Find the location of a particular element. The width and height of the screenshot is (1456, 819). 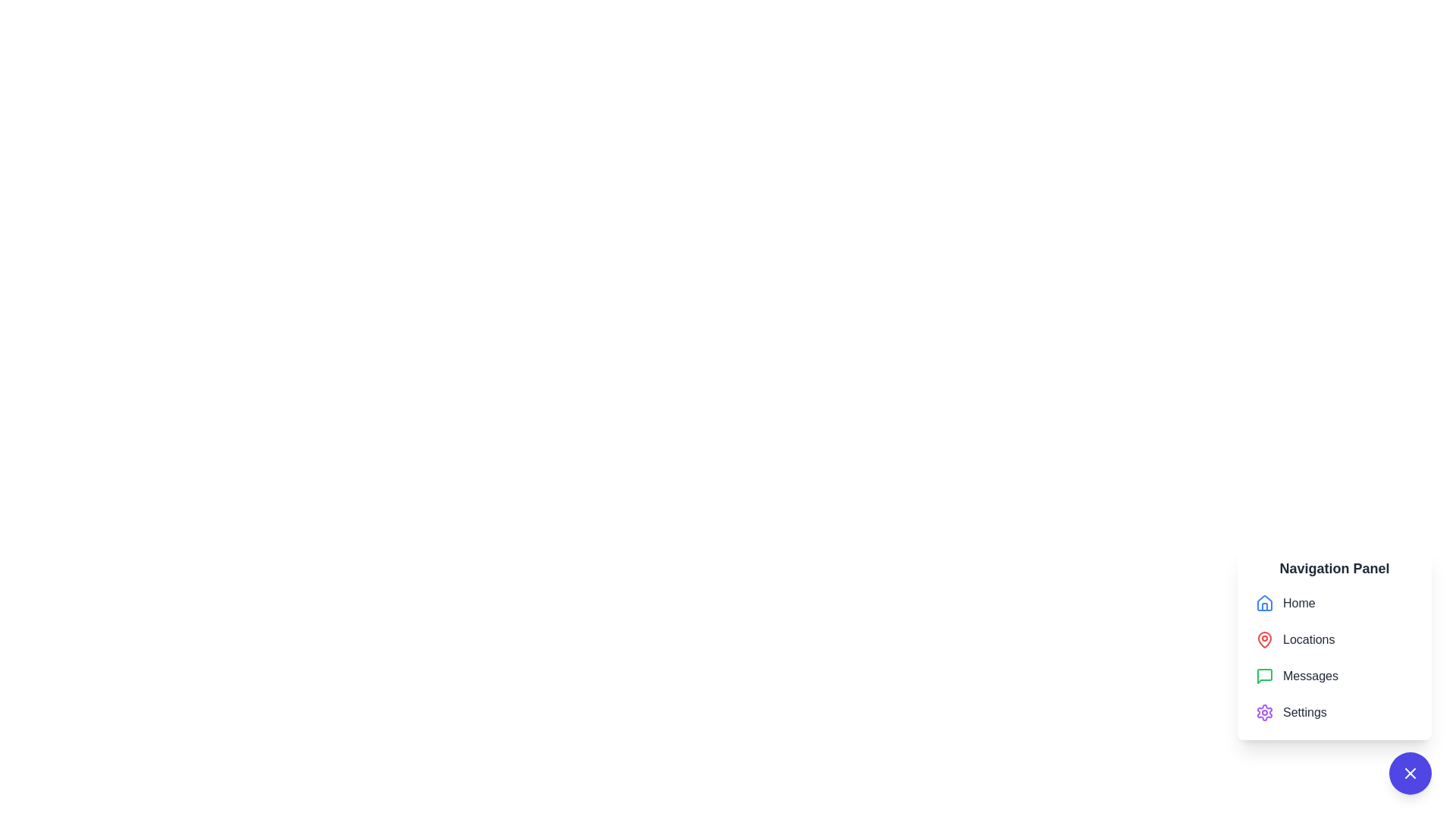

the 'Locations' label in the navigation menu, which is styled in dark gray and displayed in a sans-serif font, positioned below 'Home' and above 'Messages' is located at coordinates (1308, 640).